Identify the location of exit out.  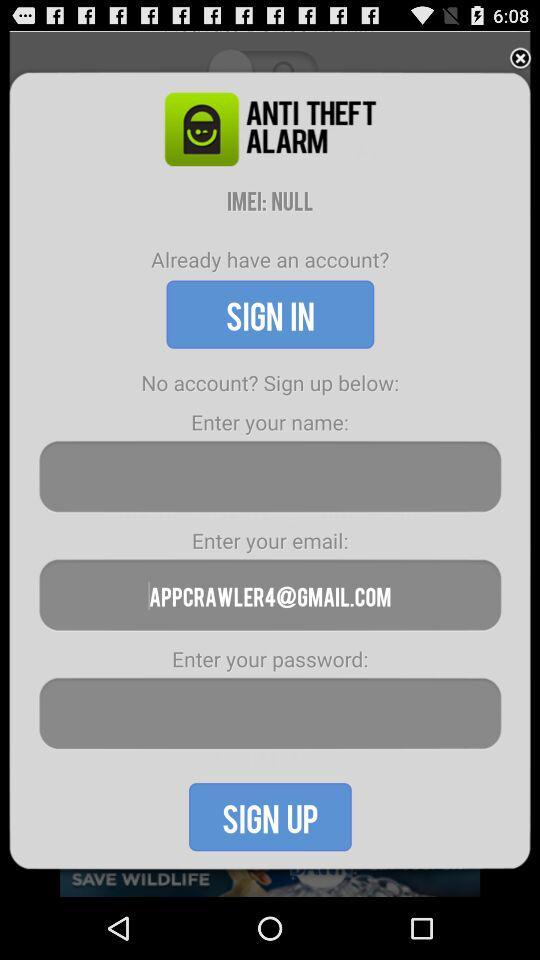
(520, 57).